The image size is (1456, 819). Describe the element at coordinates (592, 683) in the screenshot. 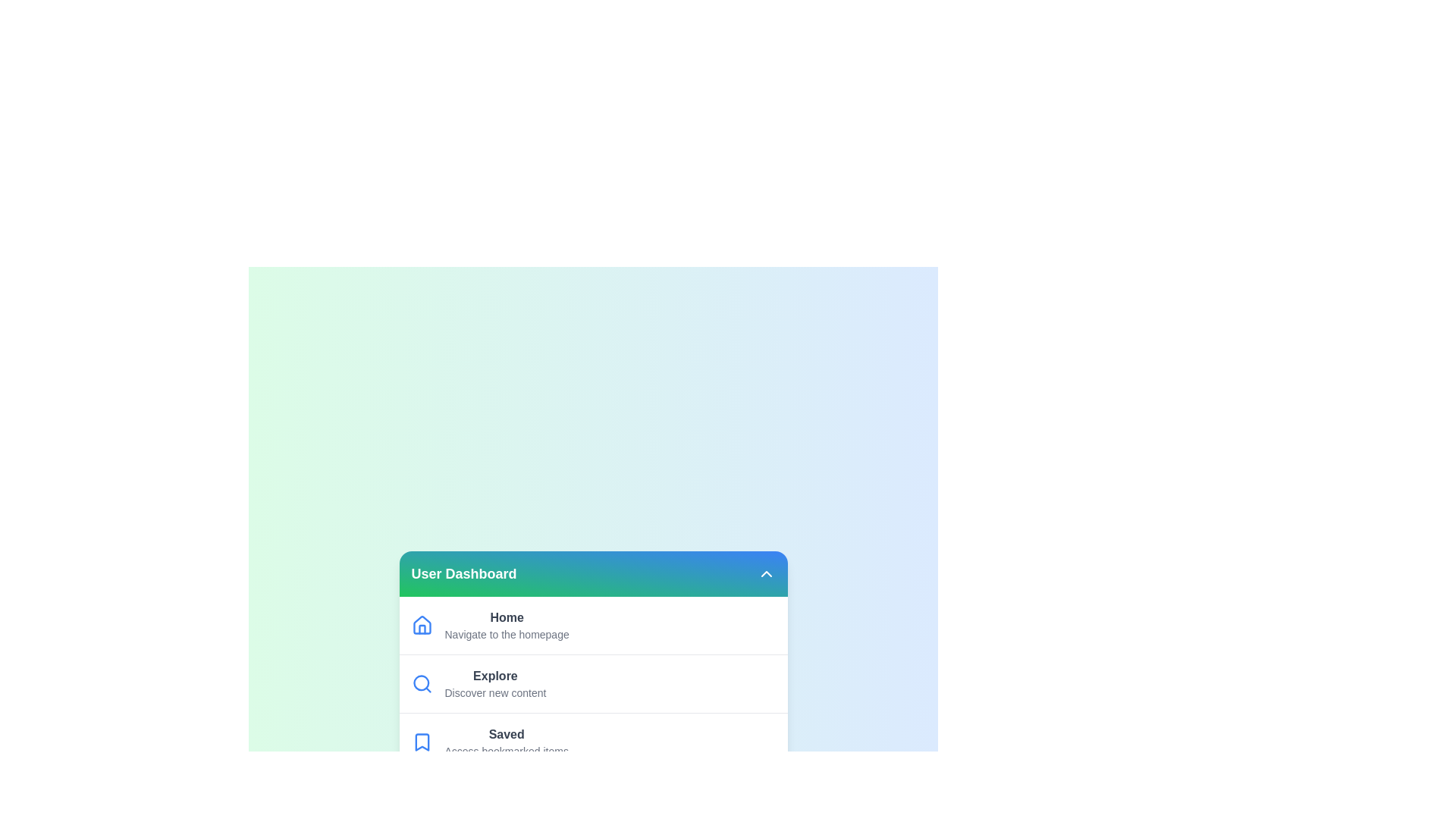

I see `the menu item Explore to reveal its hover effect` at that location.